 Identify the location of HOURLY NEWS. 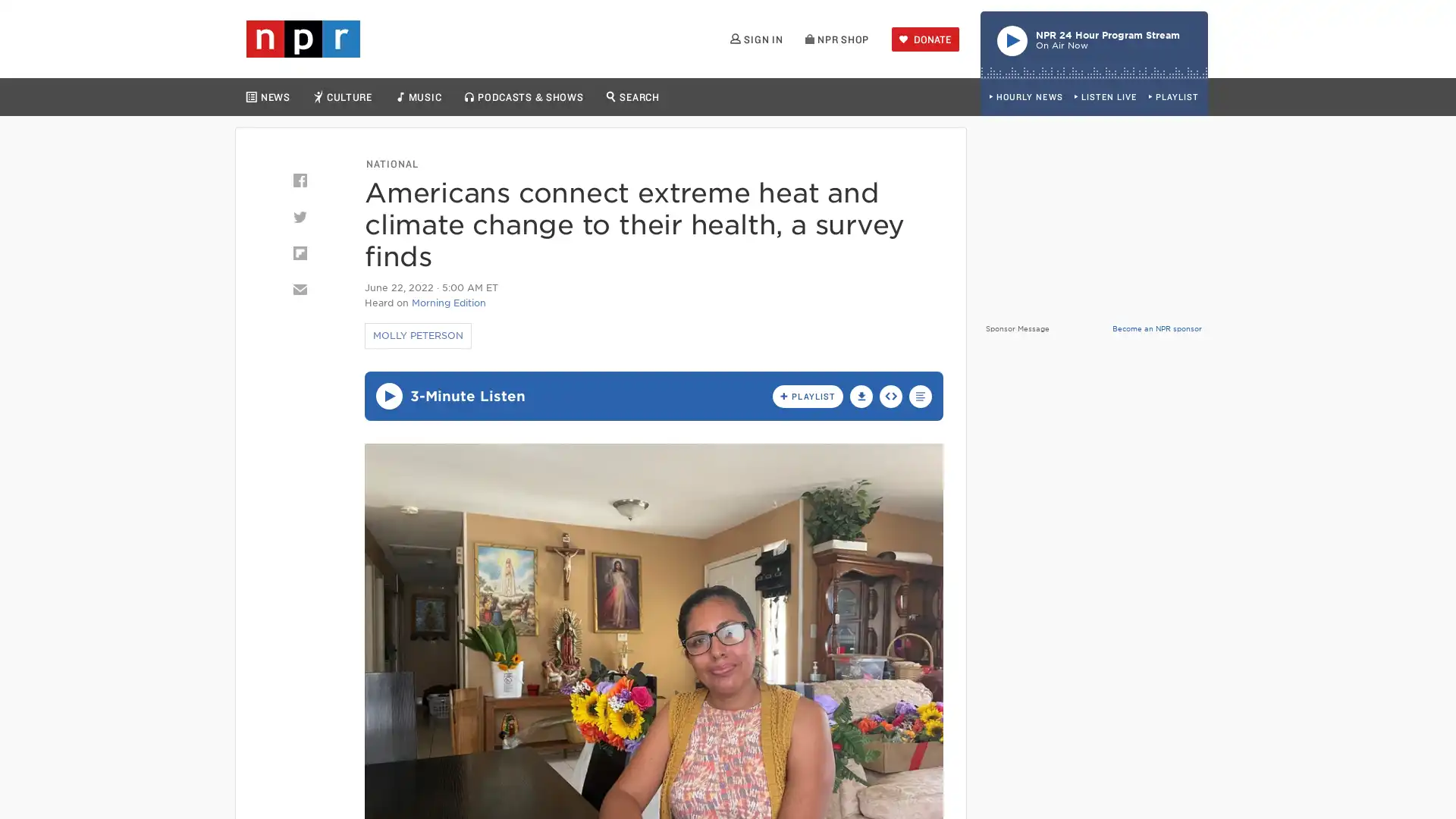
(1025, 97).